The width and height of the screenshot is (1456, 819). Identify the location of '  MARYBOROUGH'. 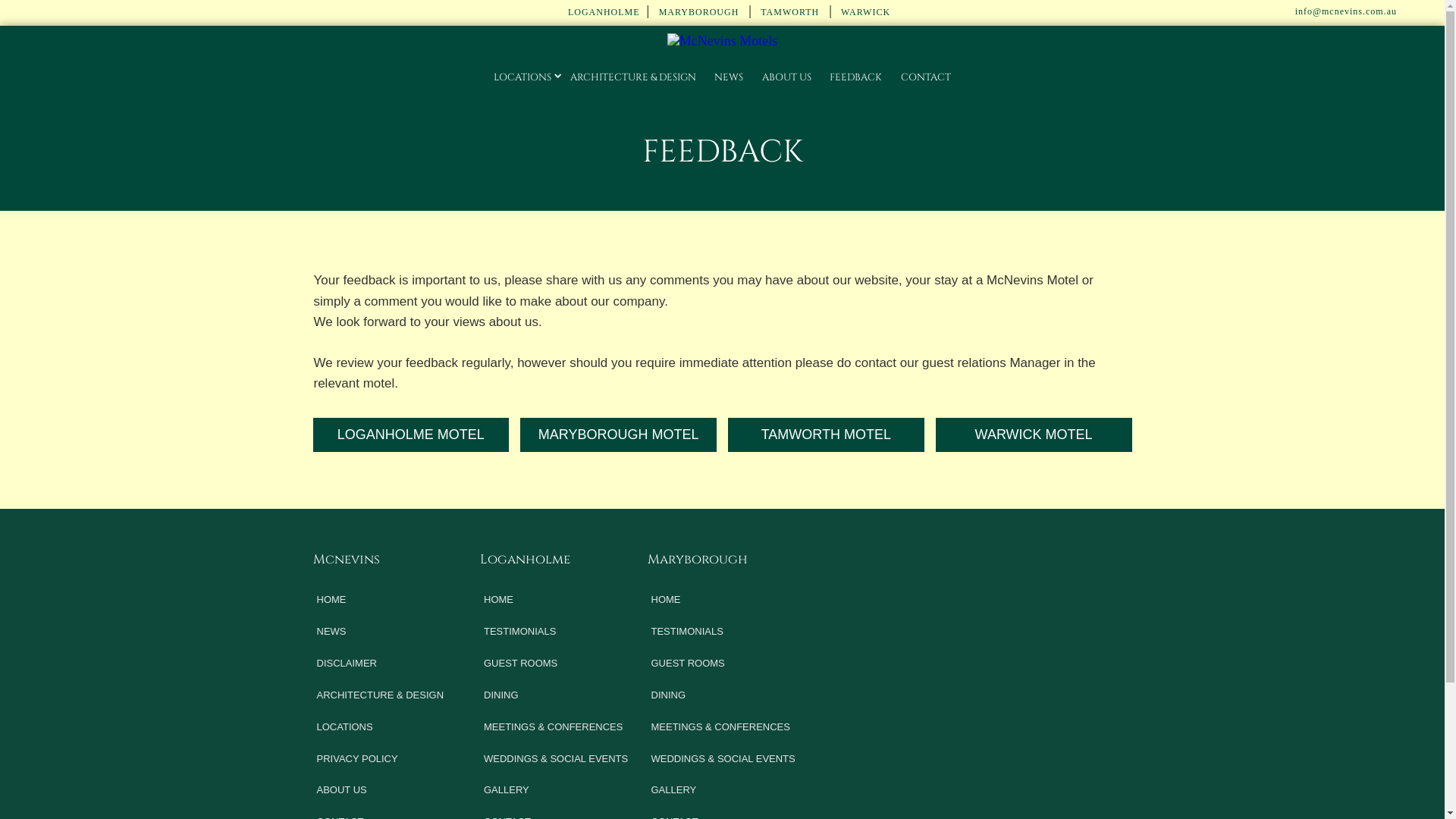
(697, 11).